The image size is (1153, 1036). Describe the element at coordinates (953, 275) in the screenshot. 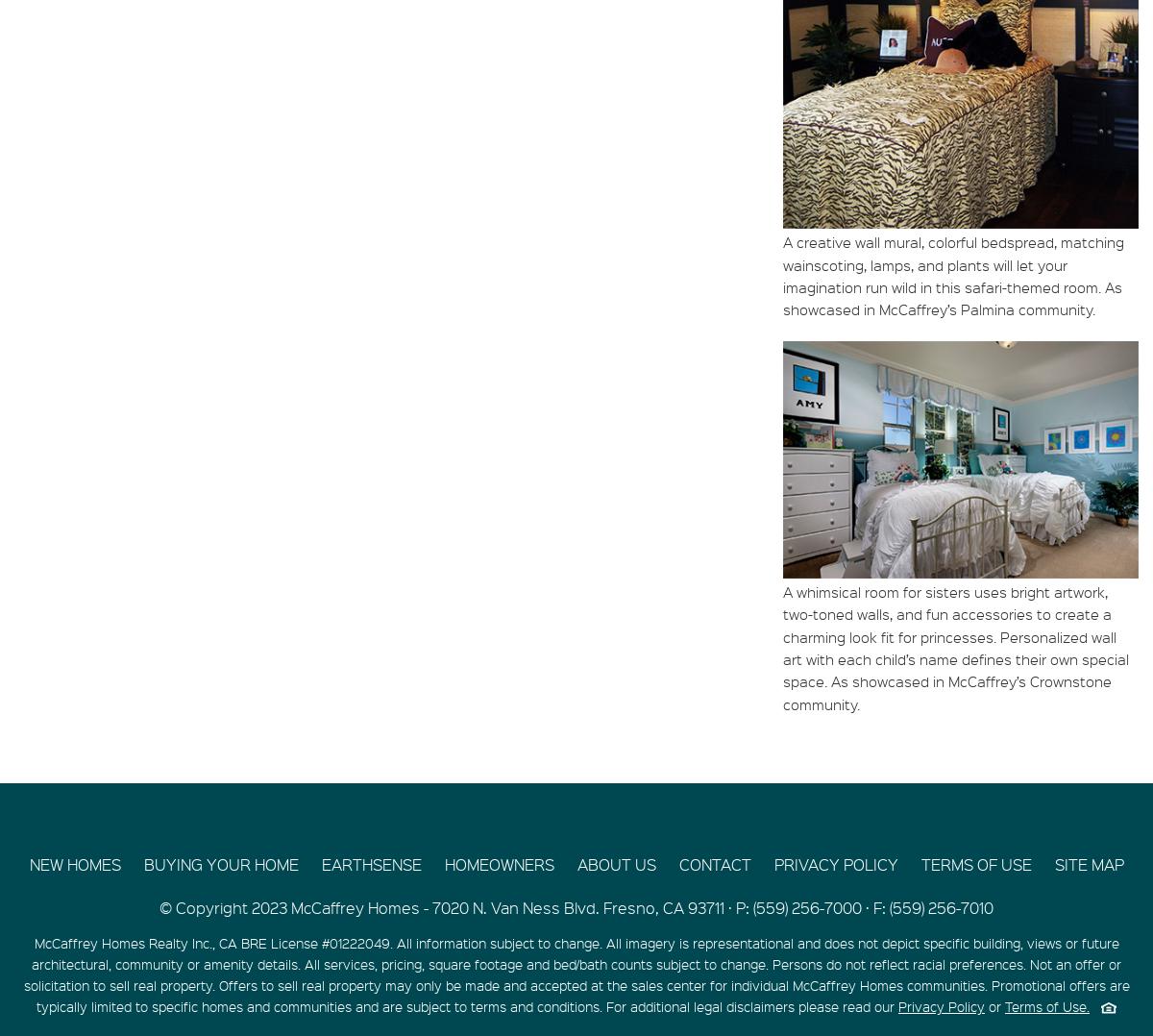

I see `'A creative wall mural, colorful bedspread, matching wainscoting, lamps, and plants will let your imagination run wild in this safari-themed room. As showcased in McCaffrey’s Palmina community.'` at that location.